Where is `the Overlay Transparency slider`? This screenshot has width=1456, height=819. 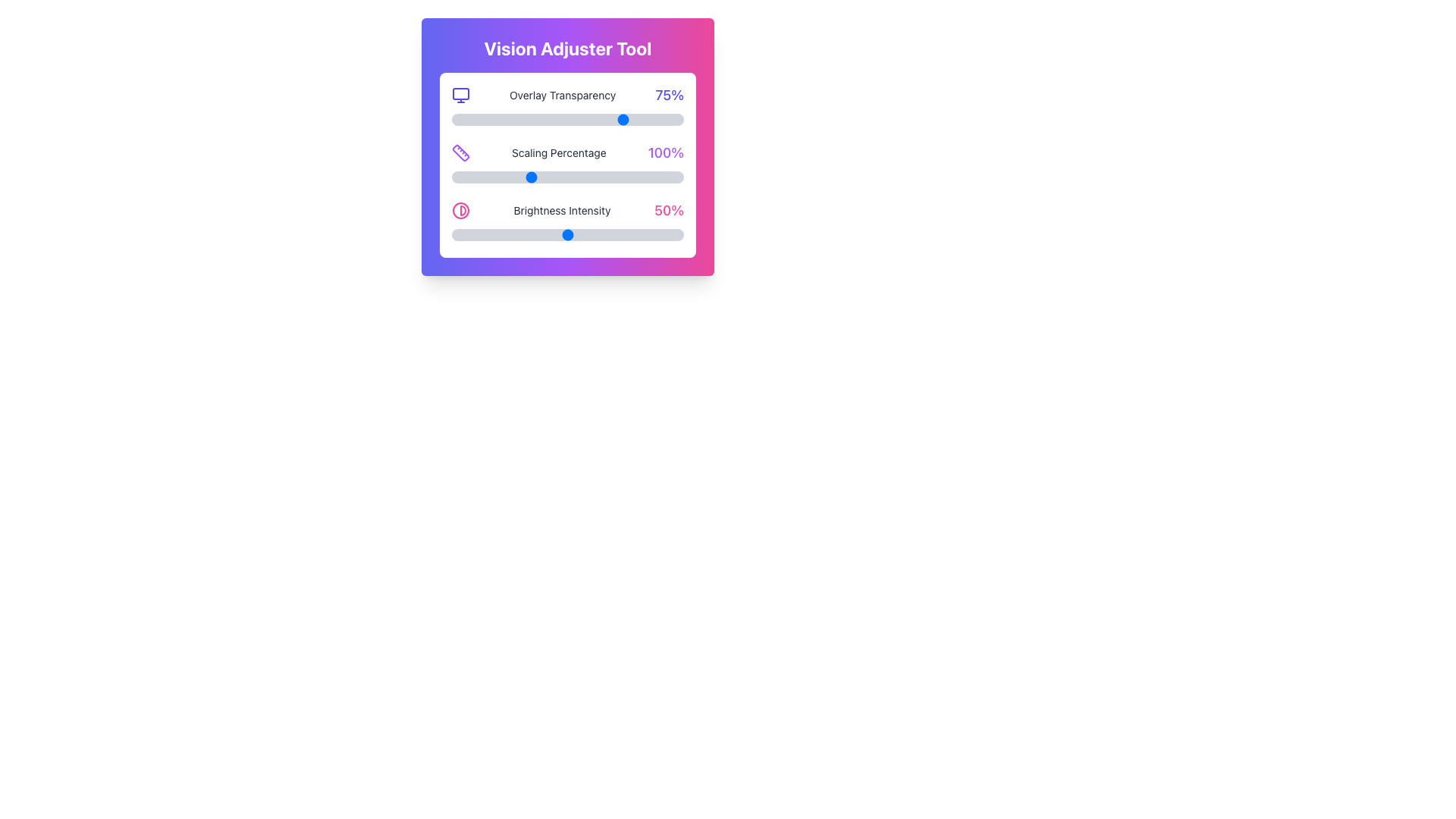 the Overlay Transparency slider is located at coordinates (562, 119).